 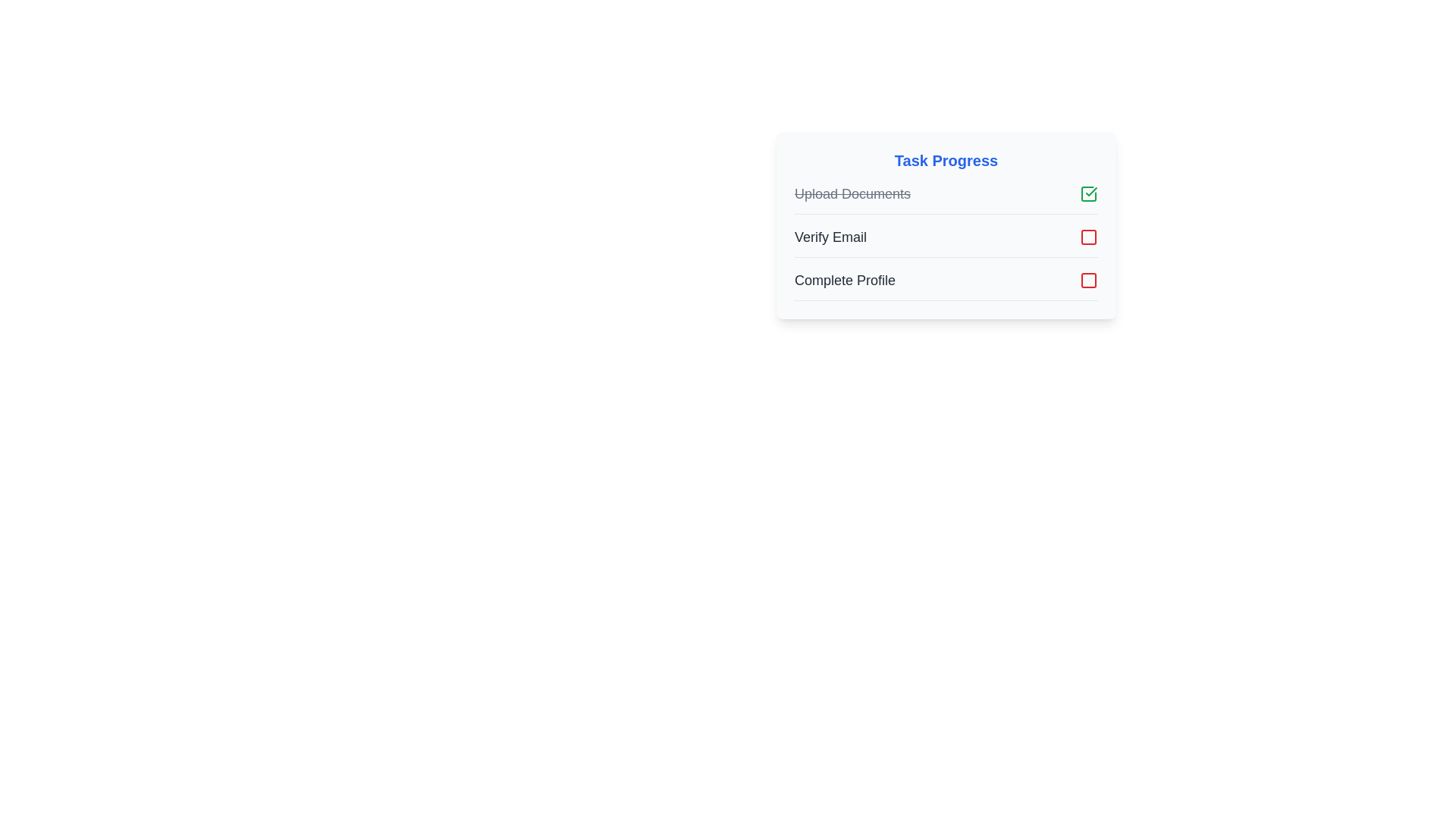 I want to click on the status of the green checkmark within the task progress indicator located in the top-right section of the 'Task Progress' card, adjacent to 'Upload Documents', so click(x=1087, y=193).